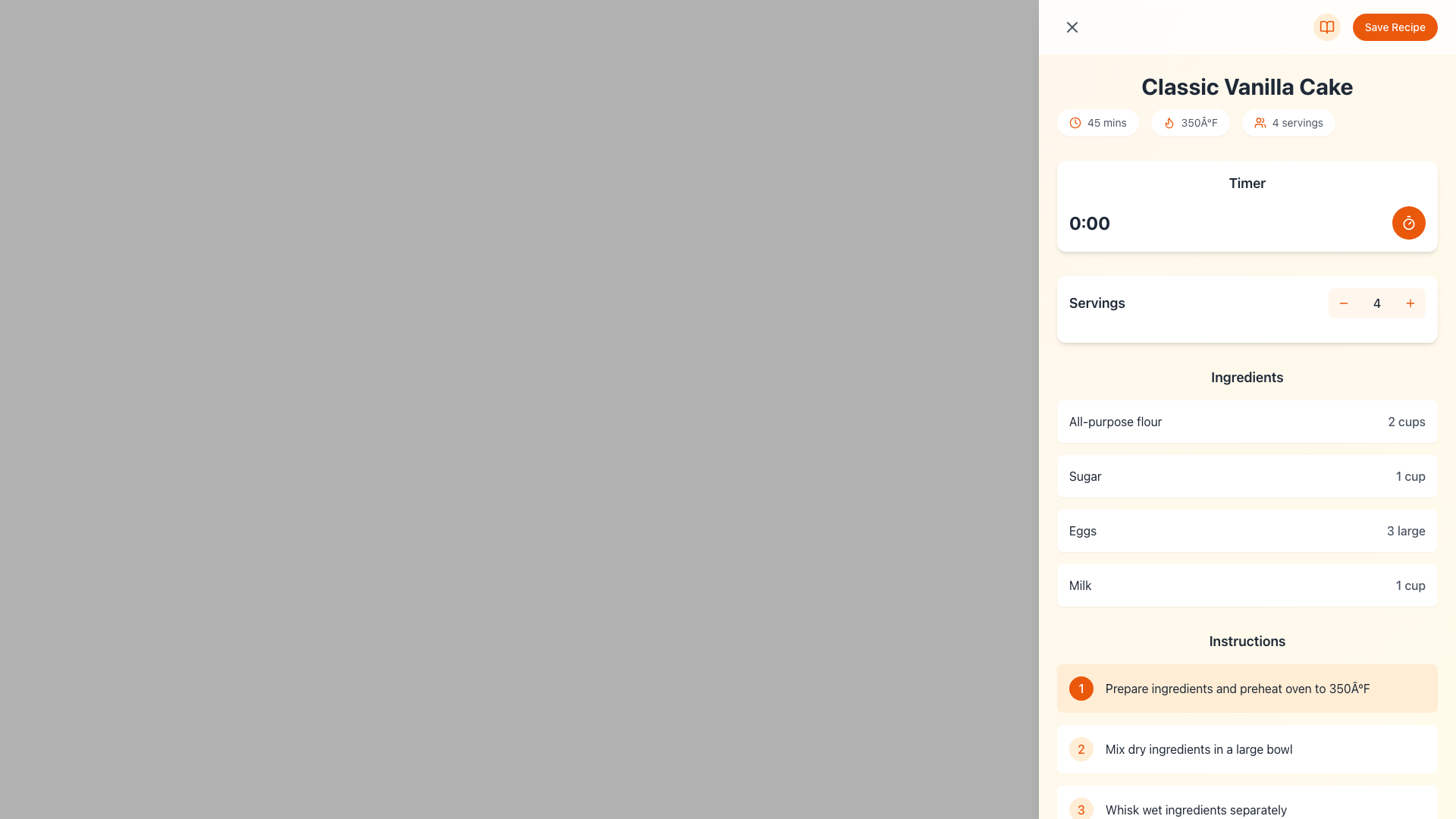 This screenshot has height=819, width=1456. Describe the element at coordinates (1084, 475) in the screenshot. I see `text content of the label displaying 'Sugar', which is styled in dark gray and located in the ingredients section under 'All-purpose flour'` at that location.